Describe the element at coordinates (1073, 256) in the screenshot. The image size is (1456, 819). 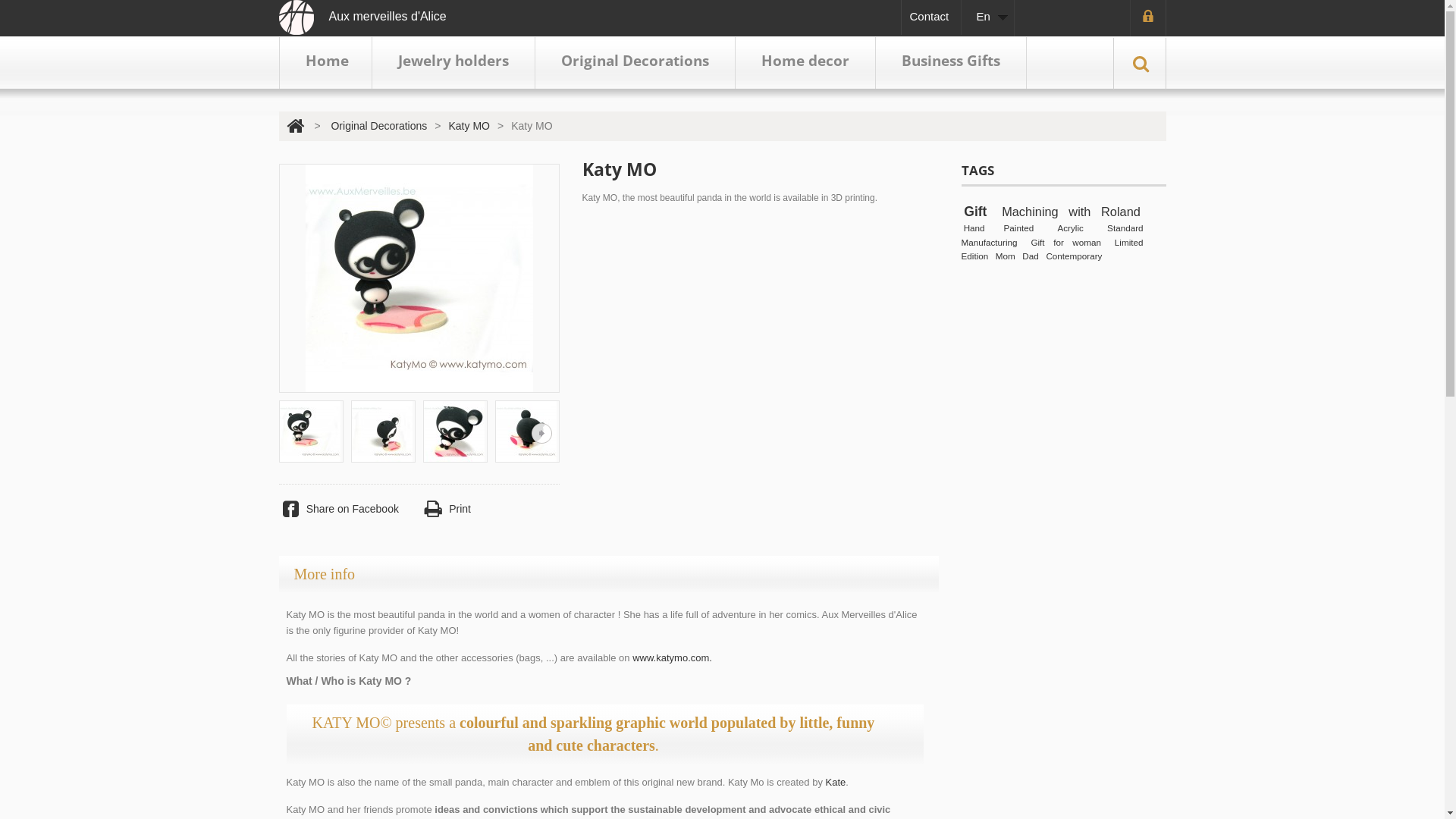
I see `'Contemporary'` at that location.